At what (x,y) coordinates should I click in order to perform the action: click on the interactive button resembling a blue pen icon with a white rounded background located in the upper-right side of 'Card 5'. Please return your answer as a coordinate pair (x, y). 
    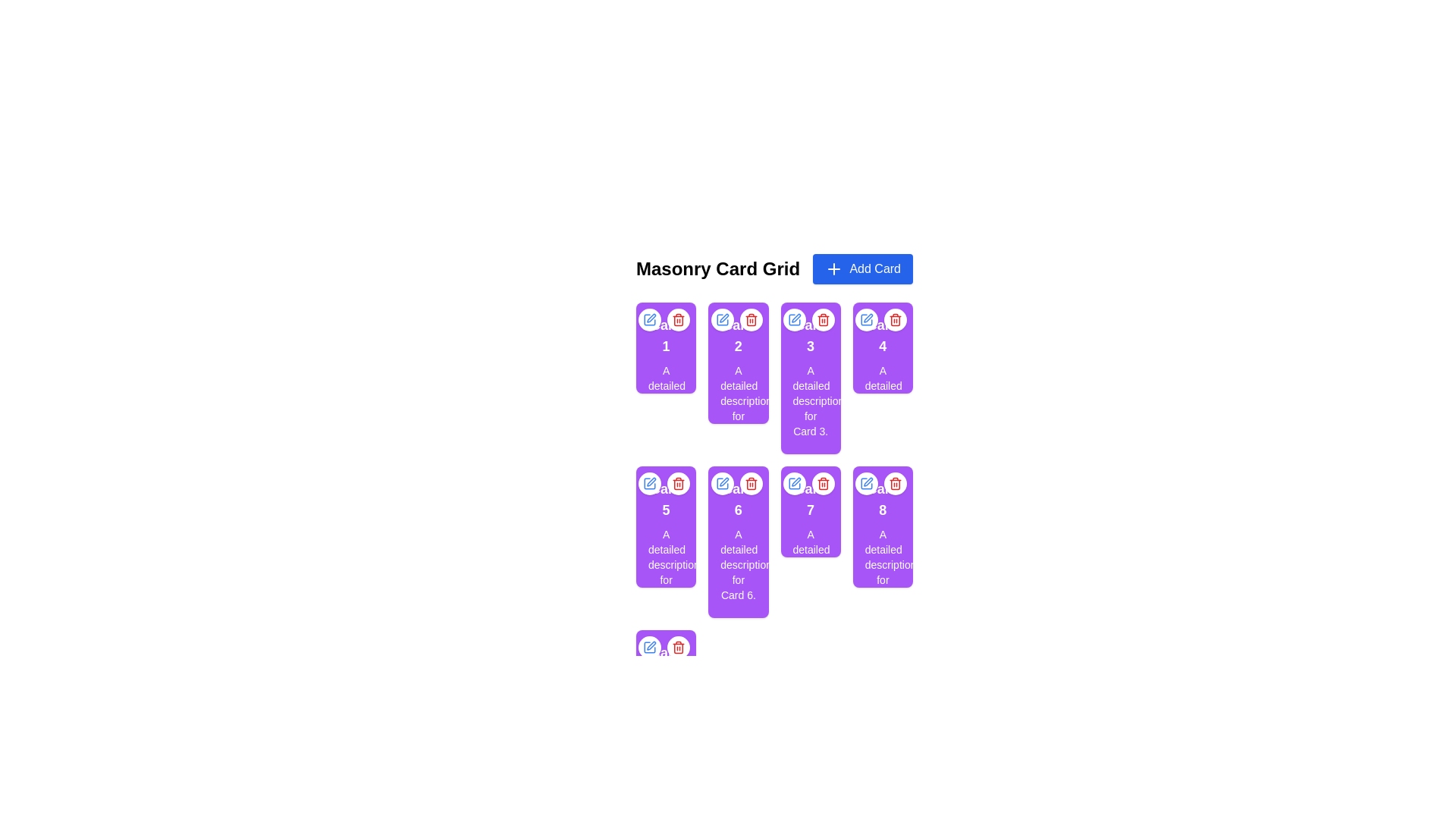
    Looking at the image, I should click on (664, 483).